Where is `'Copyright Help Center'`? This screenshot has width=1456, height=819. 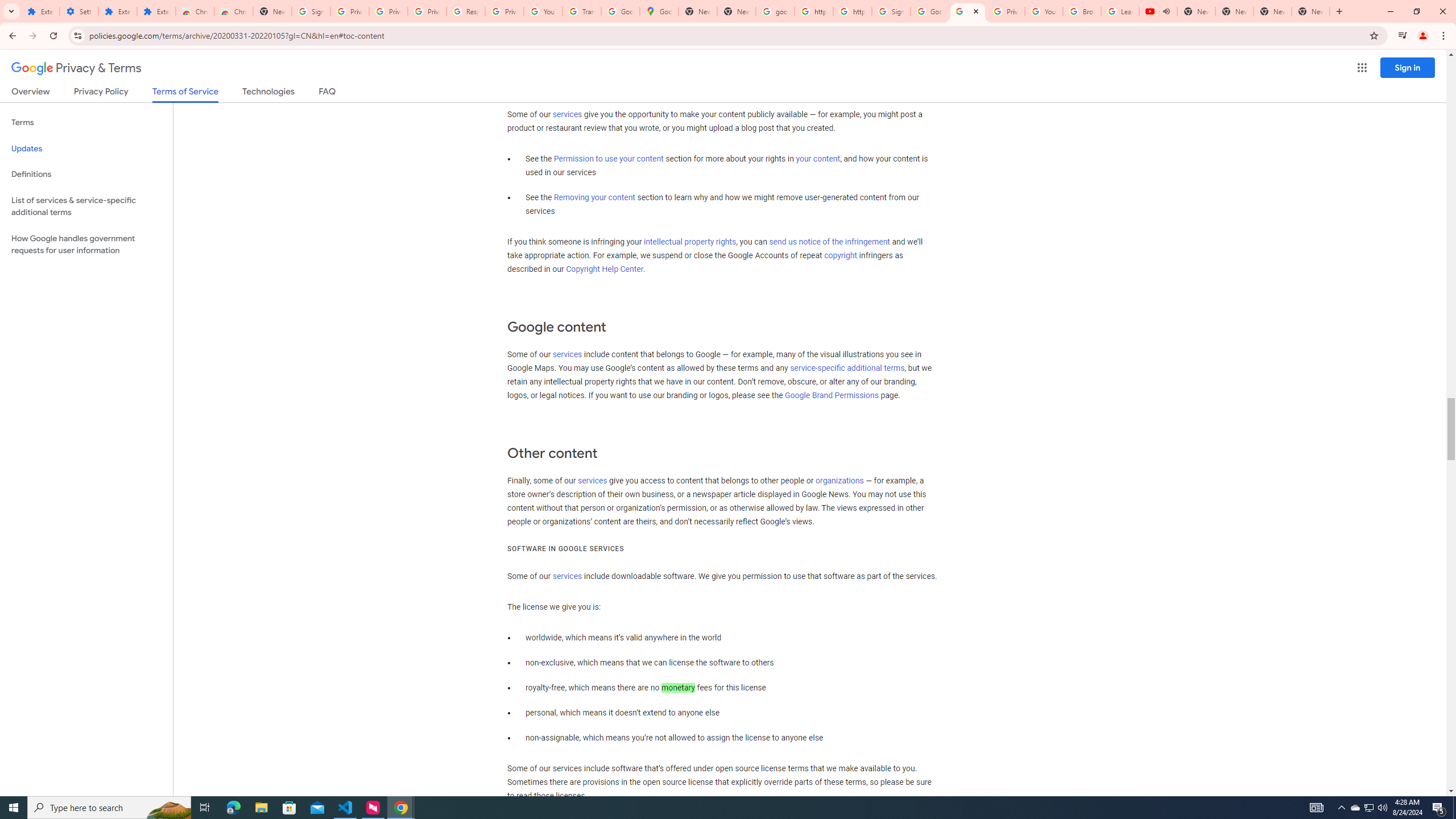 'Copyright Help Center' is located at coordinates (605, 268).